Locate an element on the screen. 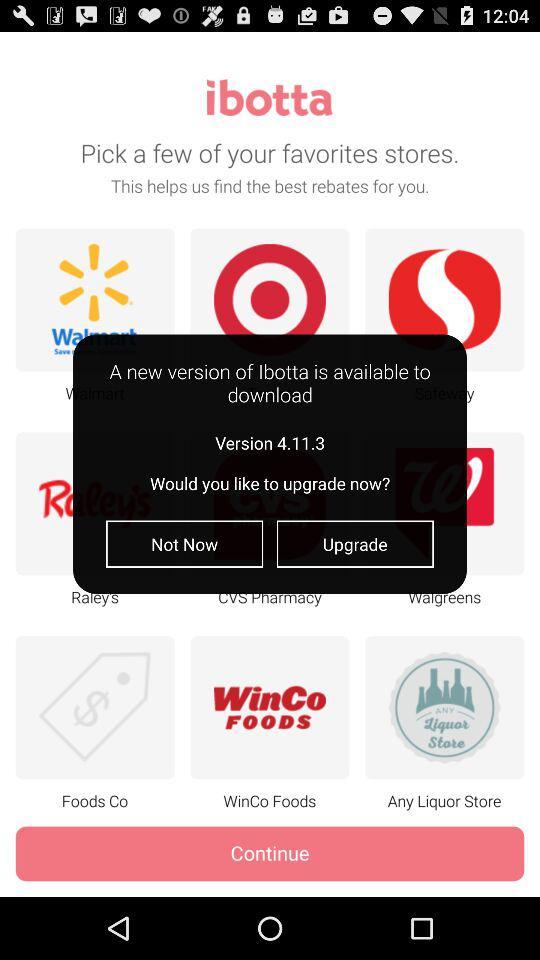  the icon below version 4 11 is located at coordinates (184, 544).